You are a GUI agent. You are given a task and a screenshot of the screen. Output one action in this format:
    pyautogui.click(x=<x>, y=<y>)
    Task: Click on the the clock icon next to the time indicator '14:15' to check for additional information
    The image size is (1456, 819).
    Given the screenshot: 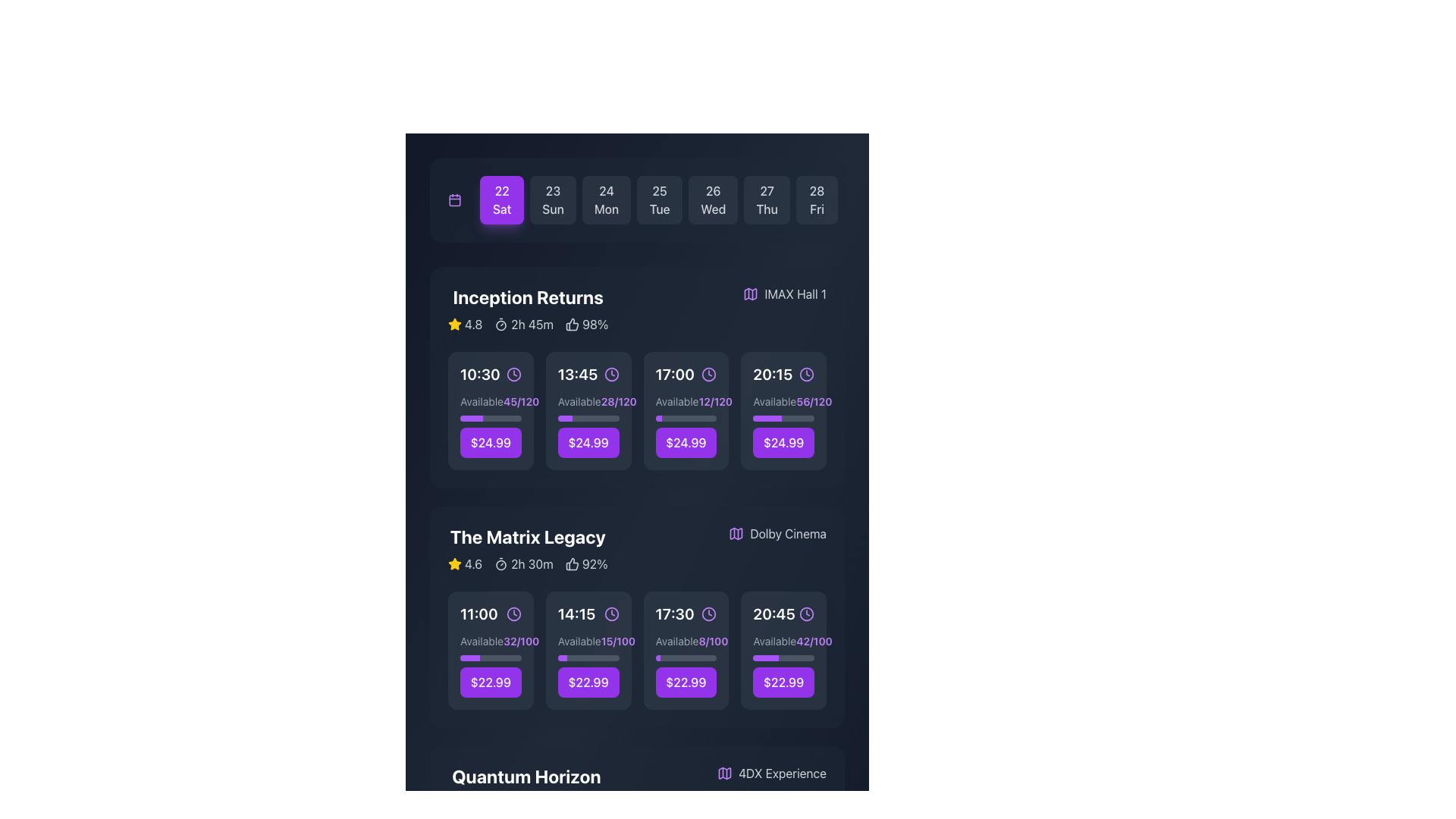 What is the action you would take?
    pyautogui.click(x=588, y=614)
    